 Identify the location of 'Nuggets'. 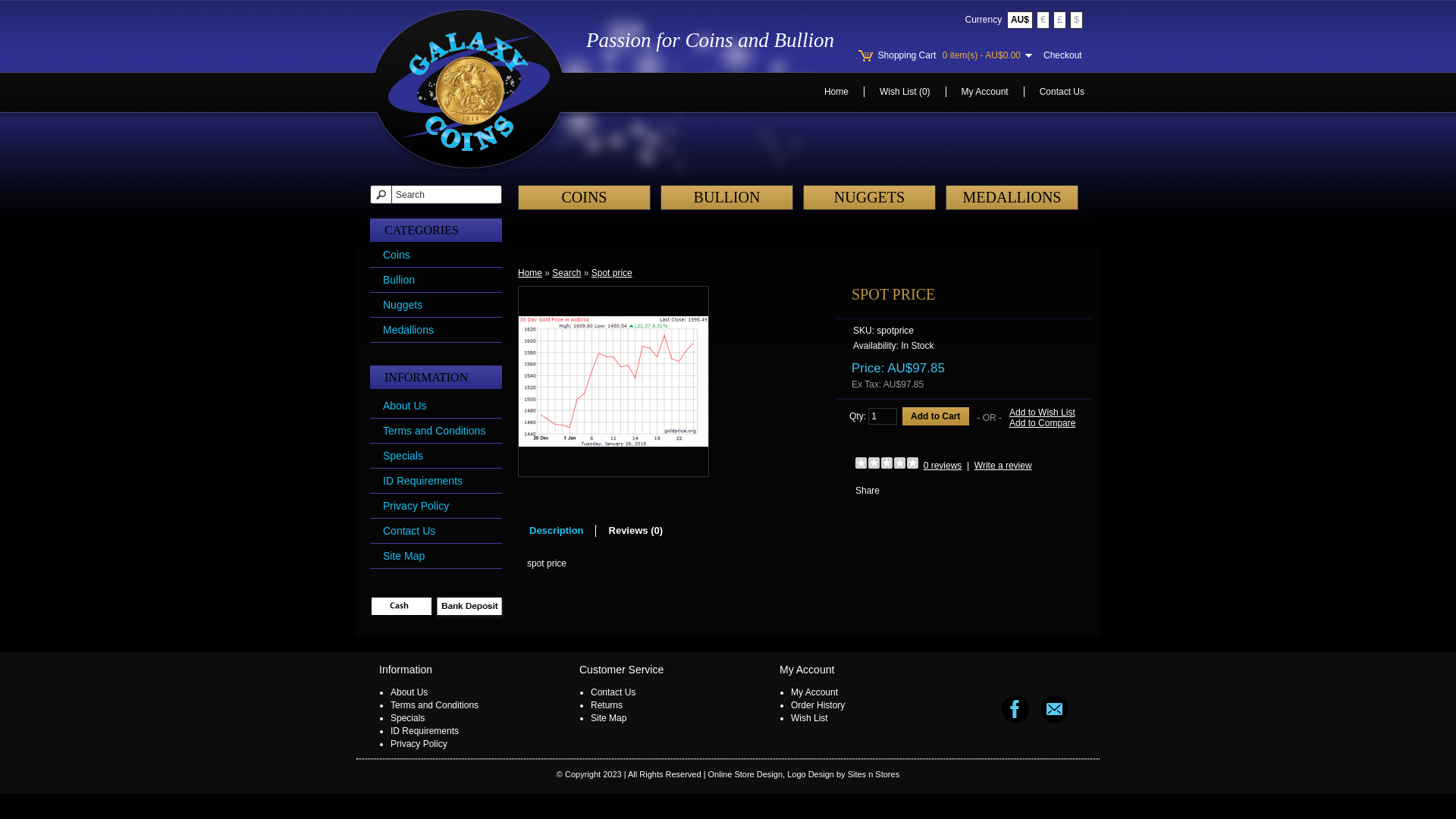
(403, 304).